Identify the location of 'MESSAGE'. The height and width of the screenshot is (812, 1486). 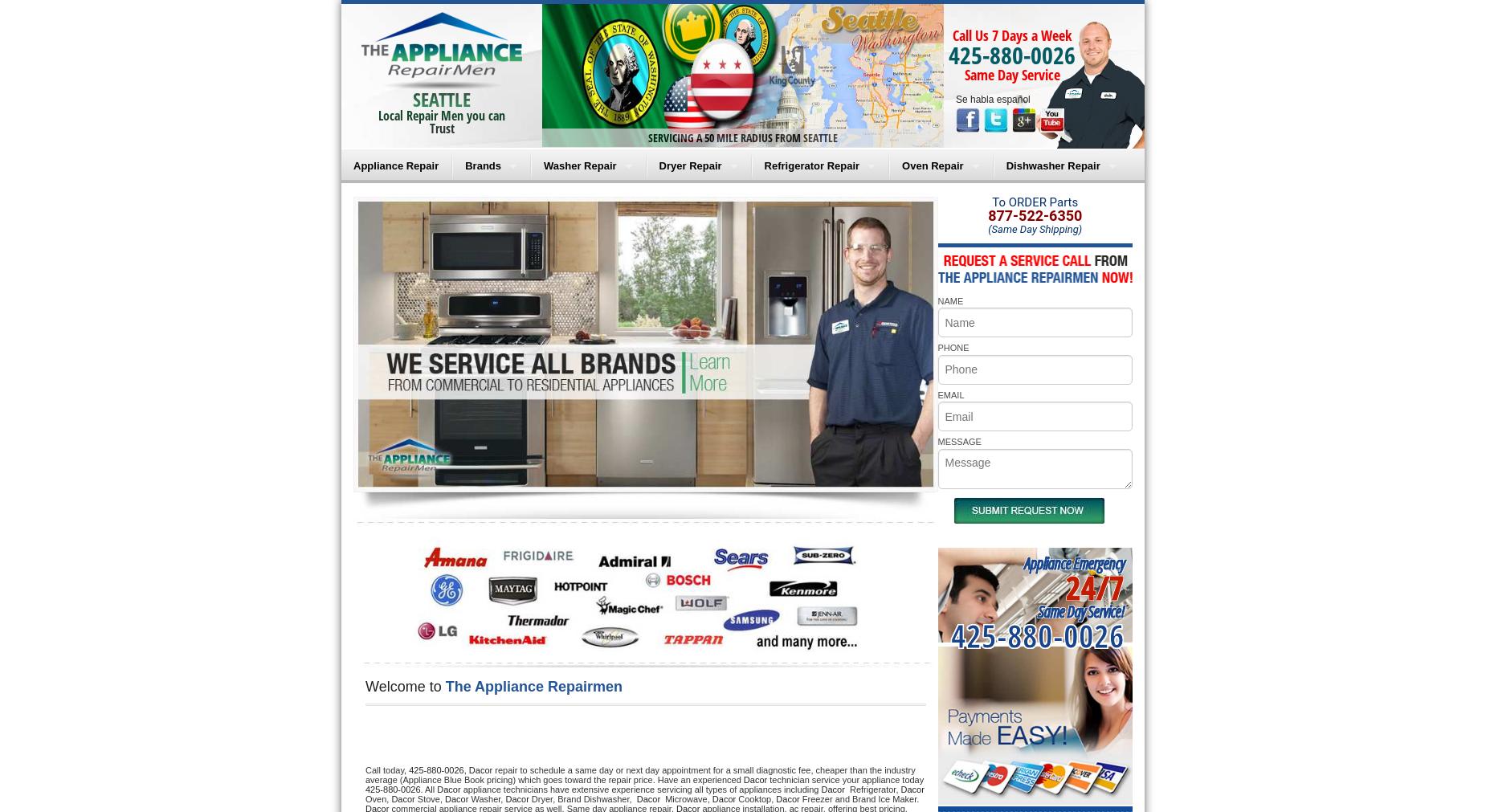
(957, 441).